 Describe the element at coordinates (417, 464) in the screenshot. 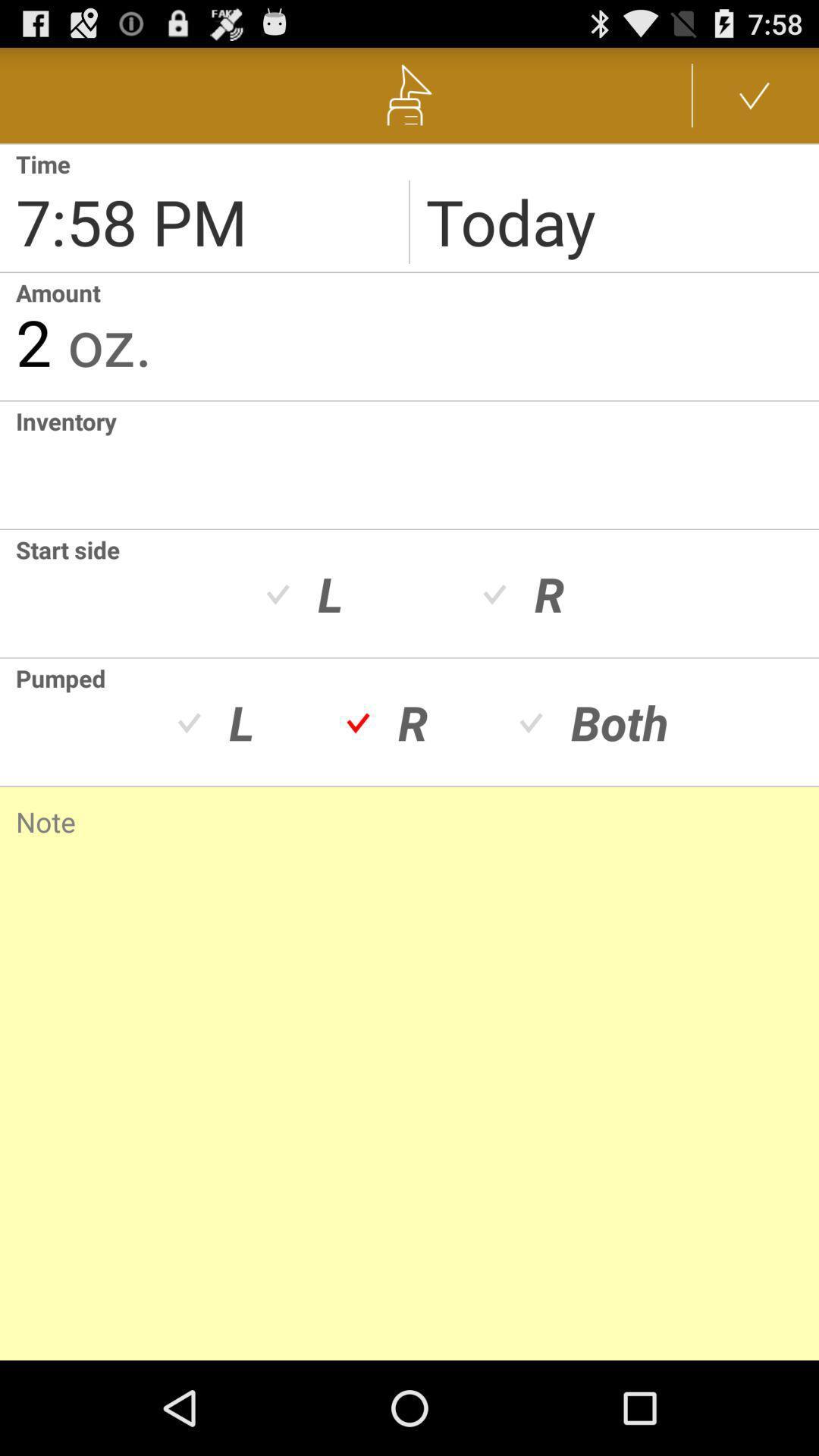

I see `text` at that location.